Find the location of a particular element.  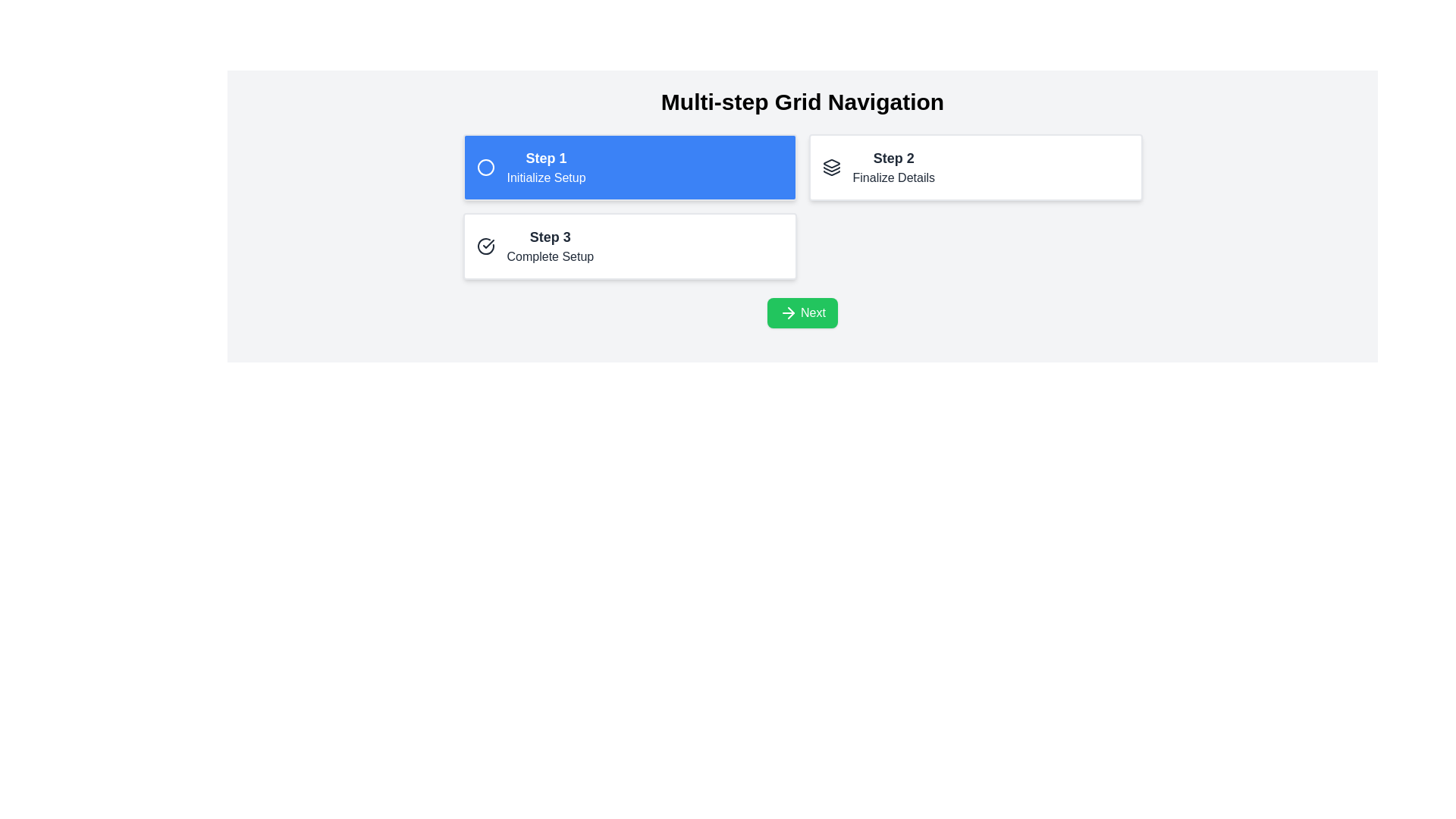

the navigation button located at the bottom right of the multi-step navigation interface, below the 'Step 3 Complete Setup' section to visualize hover effects is located at coordinates (802, 312).